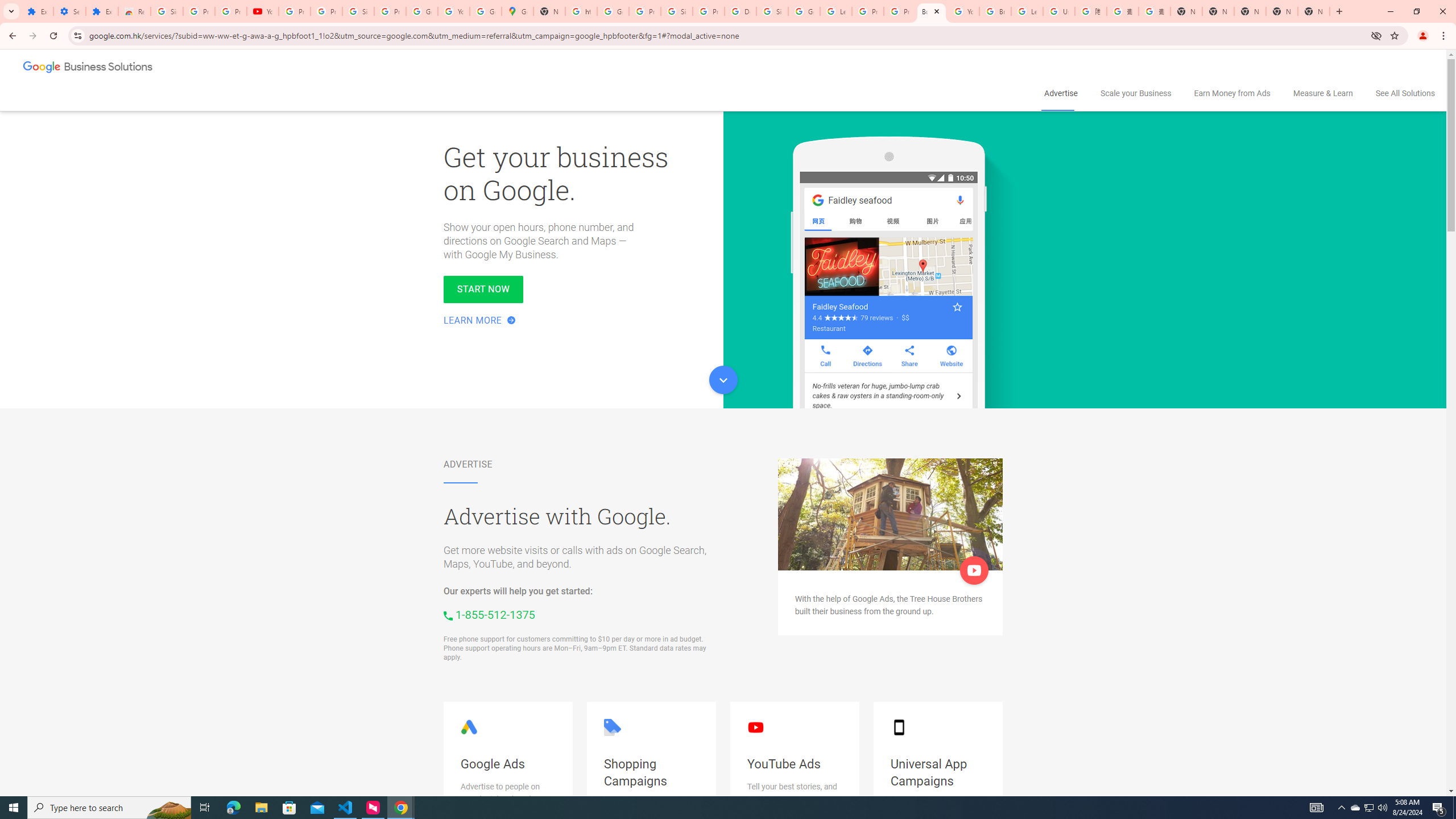 Image resolution: width=1456 pixels, height=819 pixels. Describe the element at coordinates (489, 614) in the screenshot. I see `'Call us'` at that location.